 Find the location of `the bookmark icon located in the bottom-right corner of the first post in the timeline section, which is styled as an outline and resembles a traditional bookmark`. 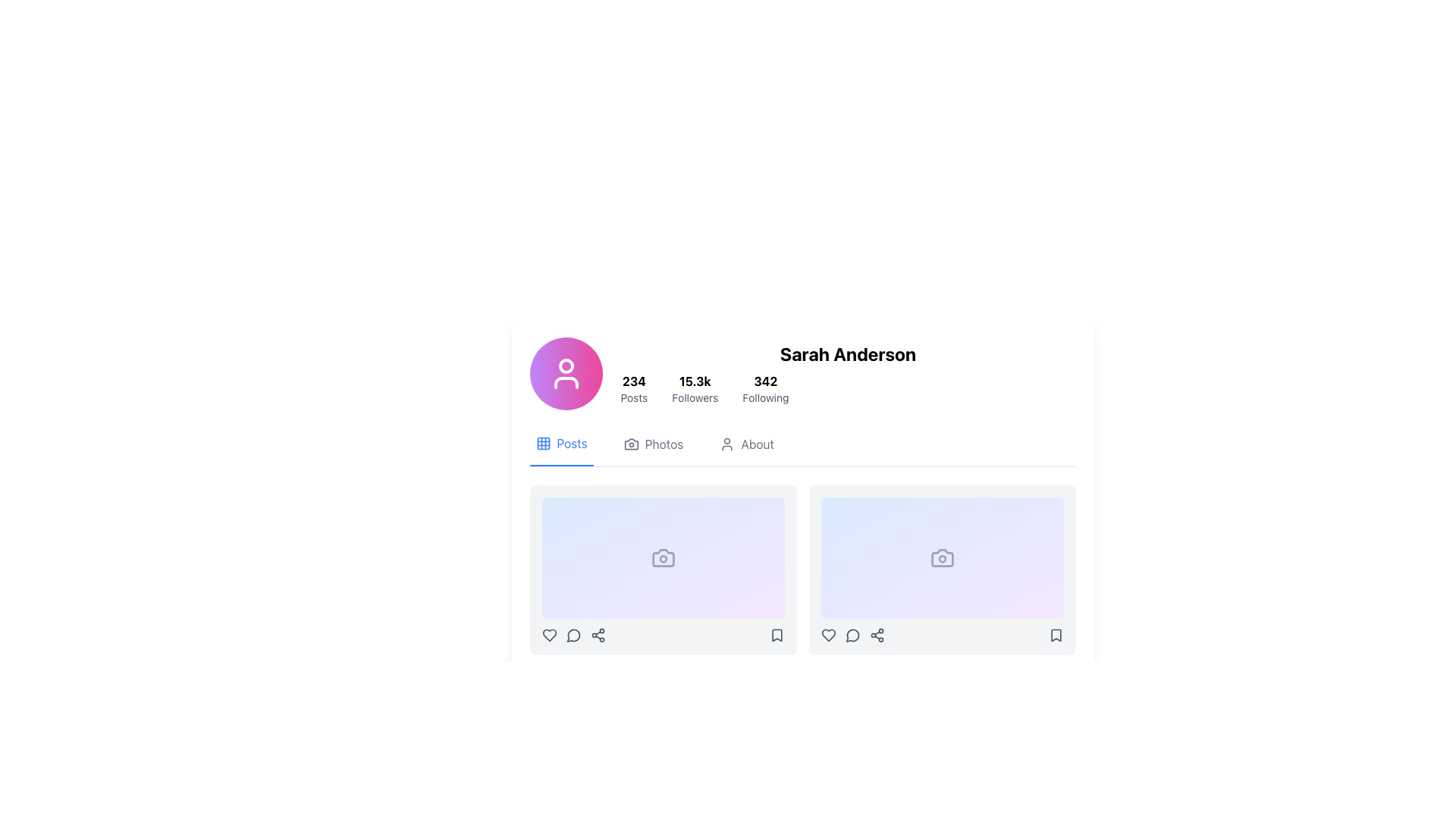

the bookmark icon located in the bottom-right corner of the first post in the timeline section, which is styled as an outline and resembles a traditional bookmark is located at coordinates (777, 635).